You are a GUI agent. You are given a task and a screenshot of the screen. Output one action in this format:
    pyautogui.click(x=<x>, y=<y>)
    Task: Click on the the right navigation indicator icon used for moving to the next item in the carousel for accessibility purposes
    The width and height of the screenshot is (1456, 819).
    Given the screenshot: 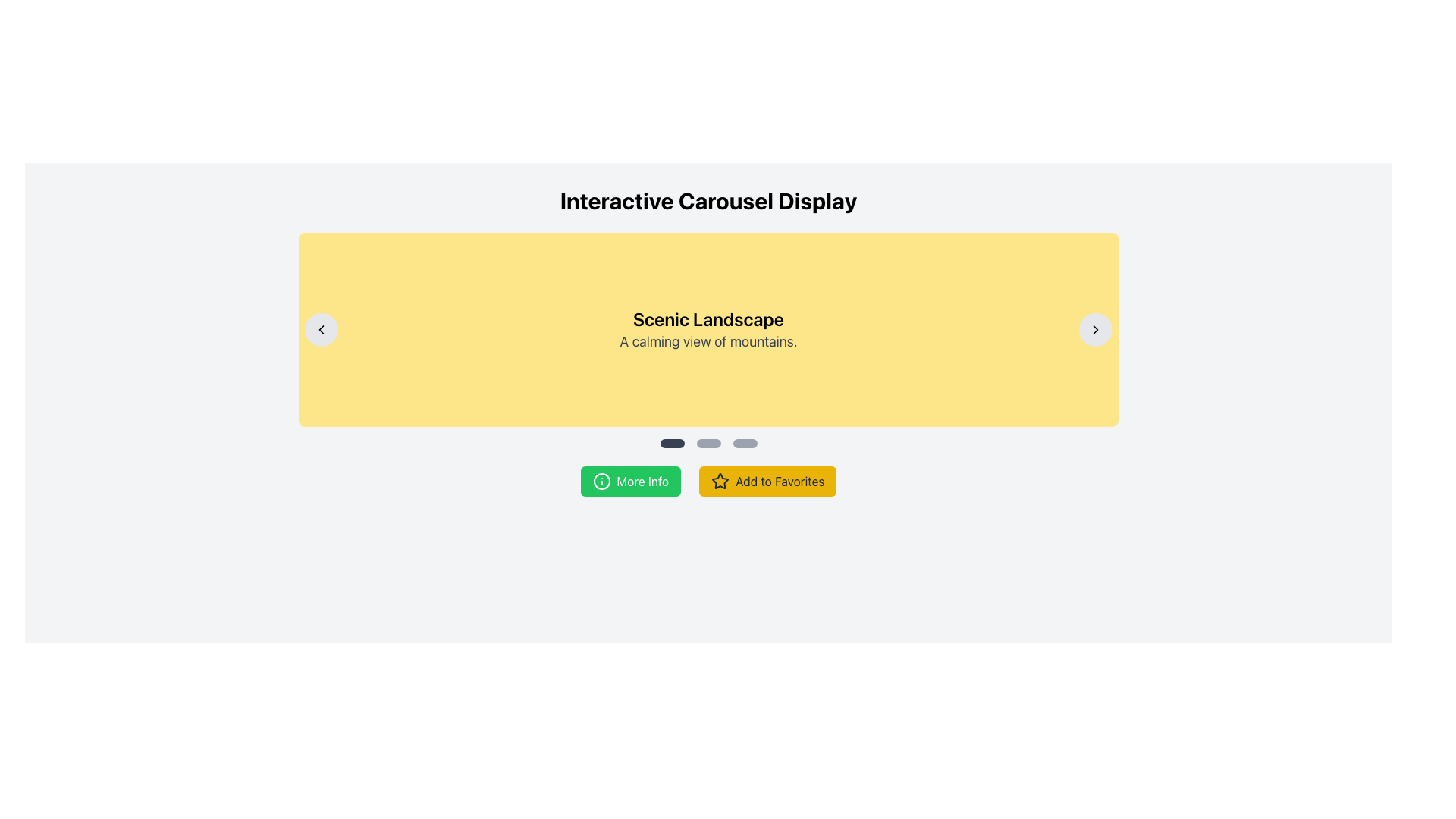 What is the action you would take?
    pyautogui.click(x=1096, y=329)
    